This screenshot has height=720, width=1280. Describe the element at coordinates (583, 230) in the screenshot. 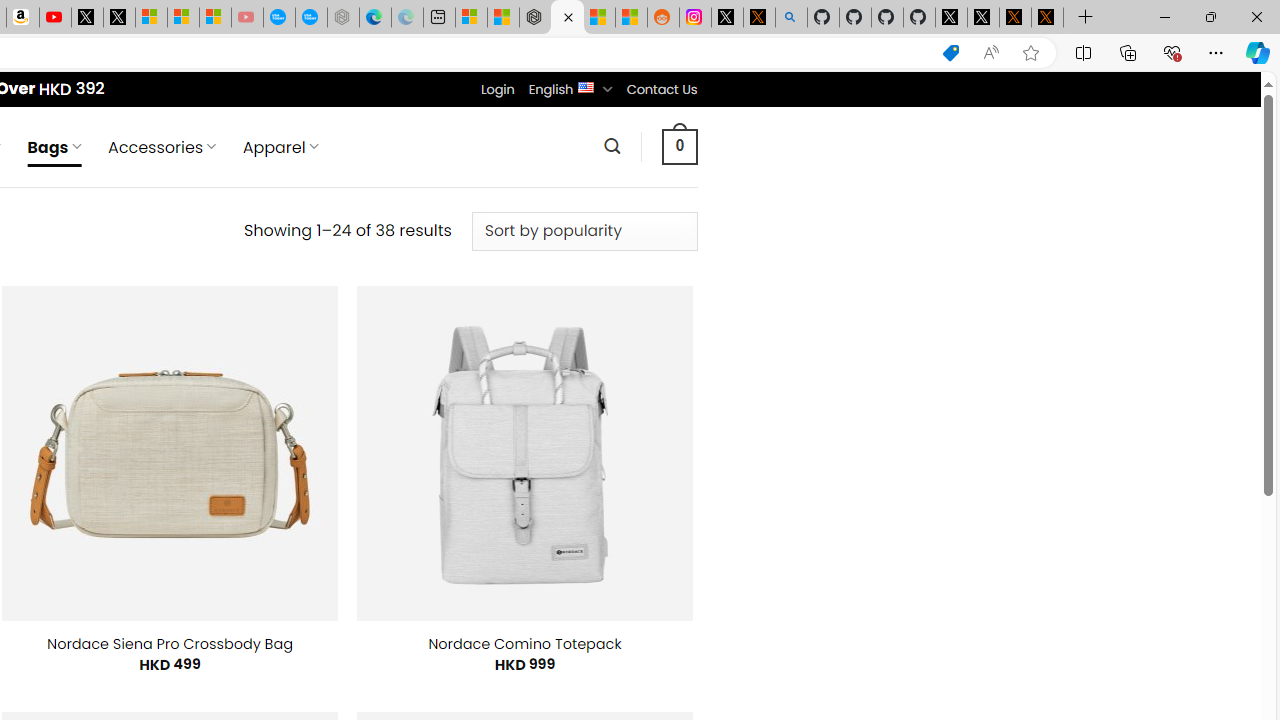

I see `'Shop order'` at that location.